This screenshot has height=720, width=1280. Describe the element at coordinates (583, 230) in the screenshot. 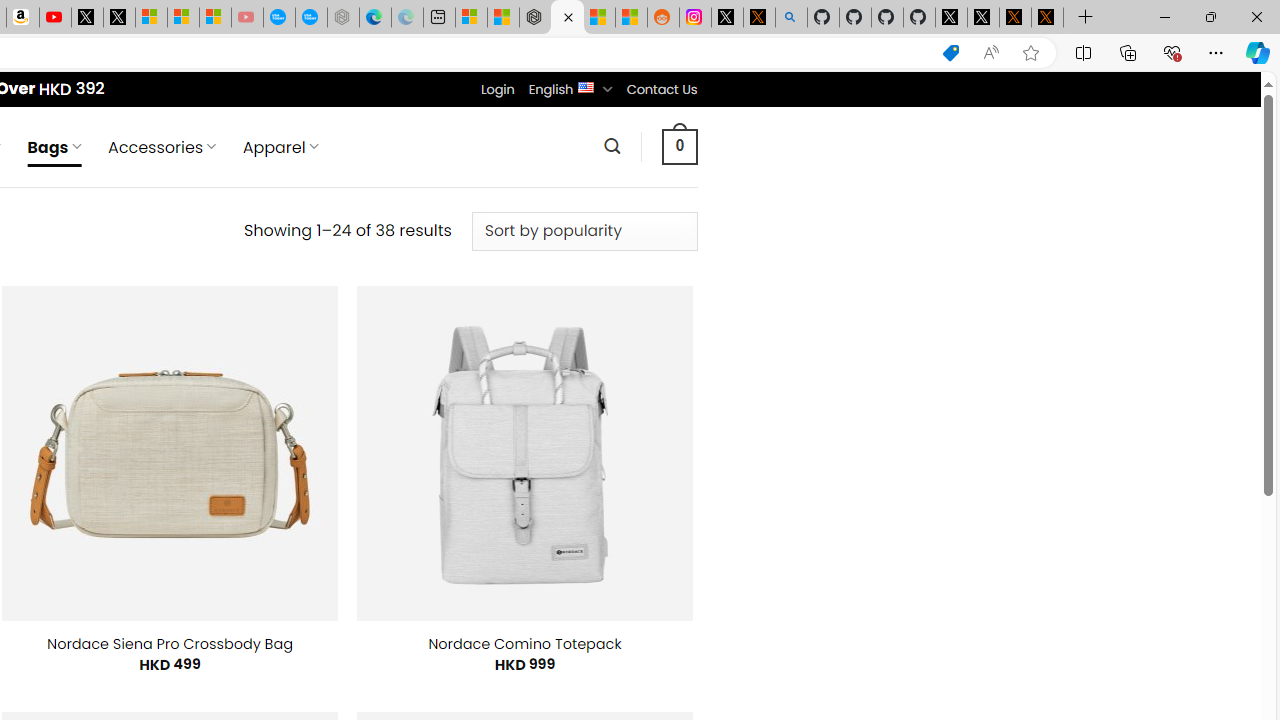

I see `'Shop order'` at that location.